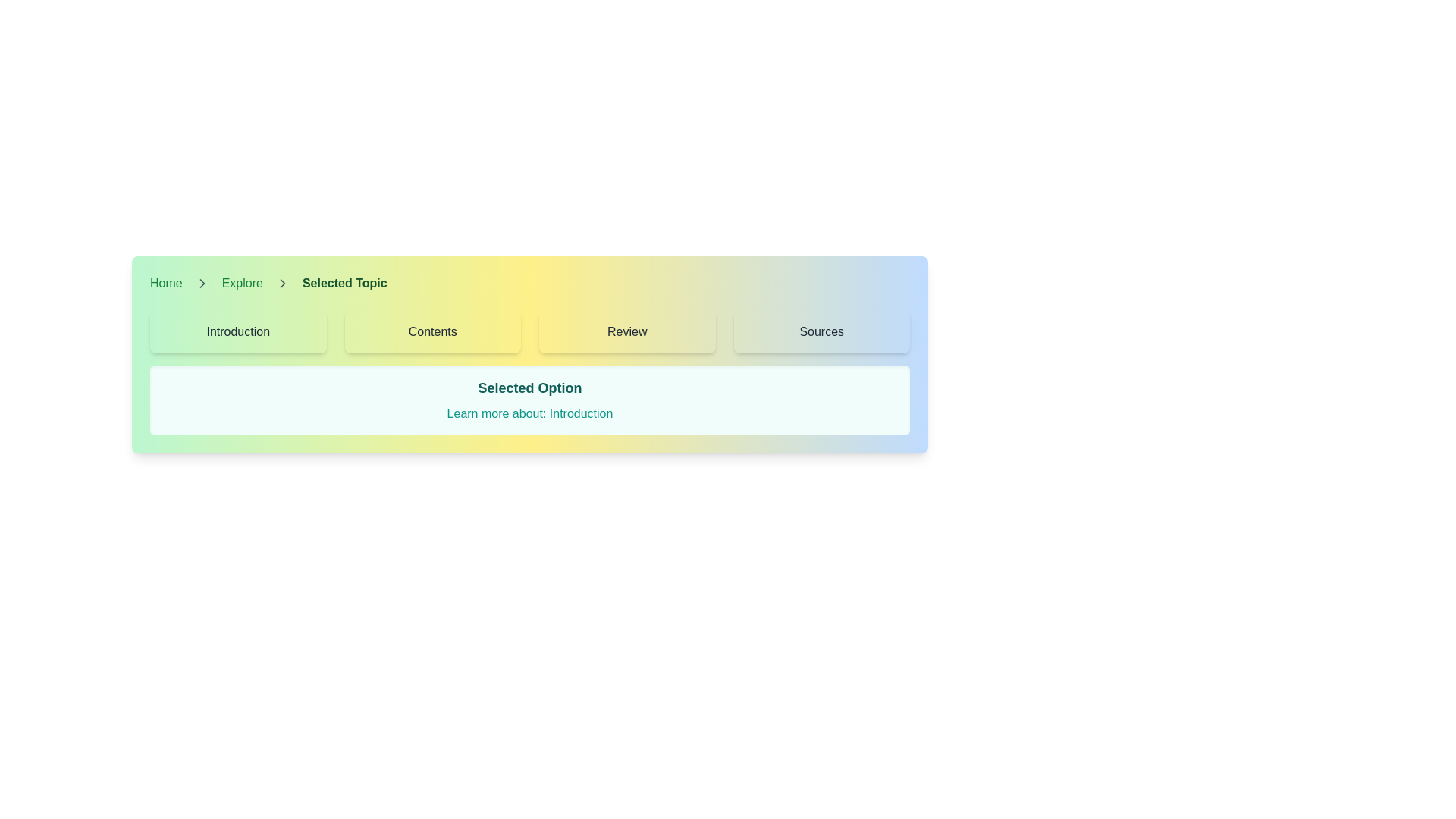 Image resolution: width=1456 pixels, height=819 pixels. I want to click on the text label displaying 'Introduction', which is centered within a light background and surrounded by a subtle shadow, so click(237, 331).